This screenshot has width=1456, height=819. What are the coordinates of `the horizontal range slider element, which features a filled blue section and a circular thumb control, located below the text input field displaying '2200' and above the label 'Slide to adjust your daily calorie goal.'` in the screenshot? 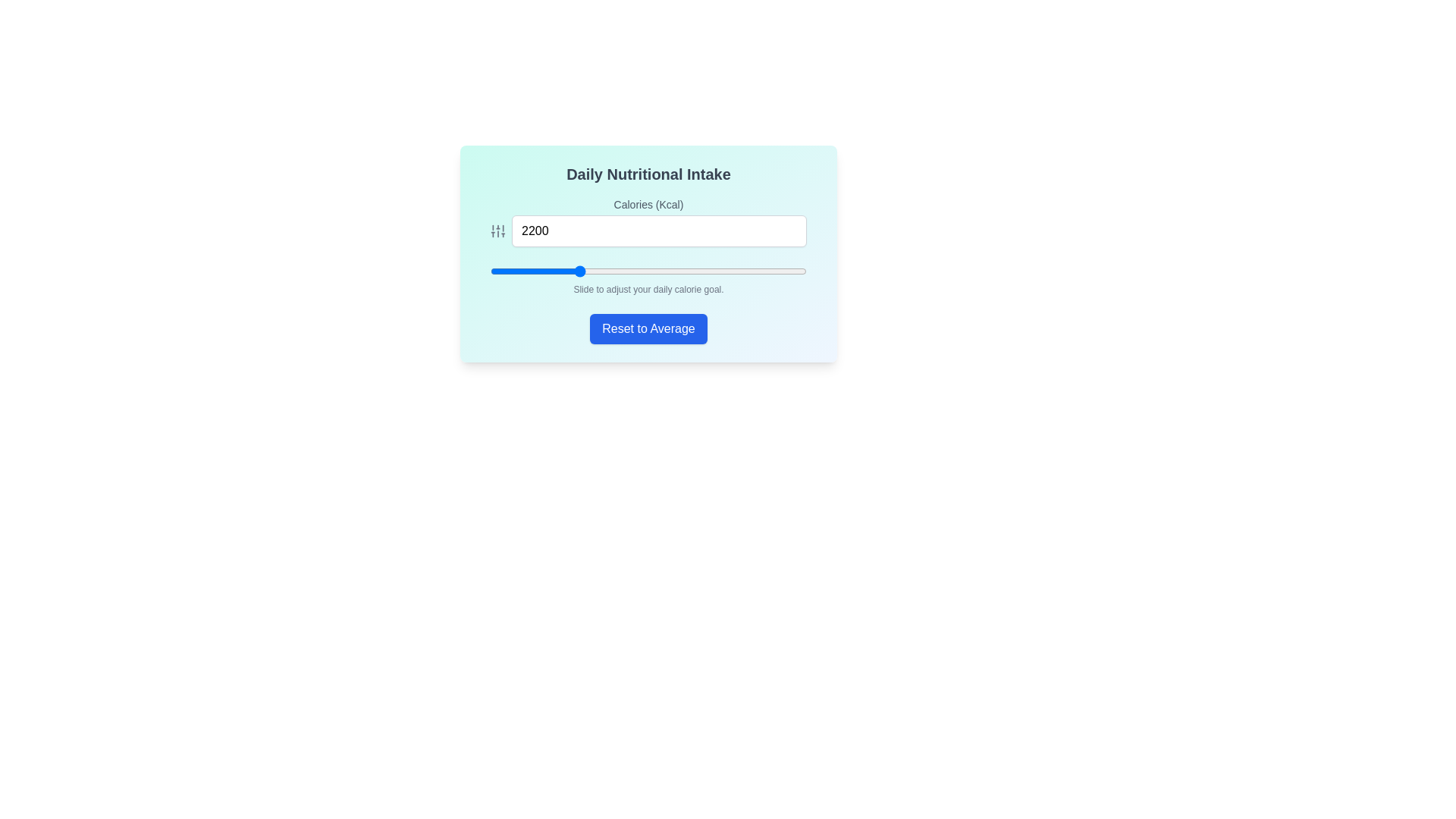 It's located at (648, 271).